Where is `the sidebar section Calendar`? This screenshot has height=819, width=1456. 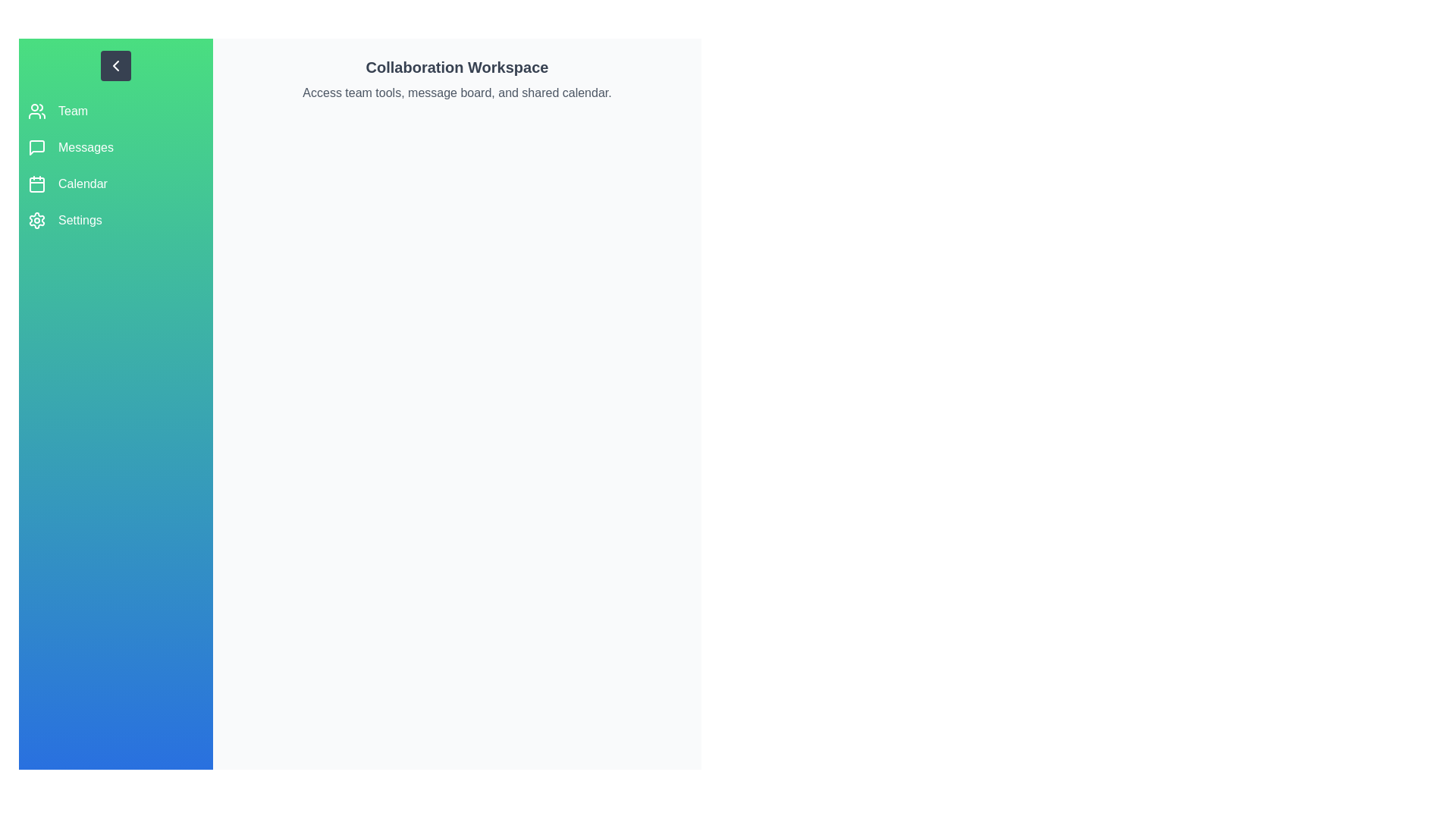 the sidebar section Calendar is located at coordinates (115, 184).